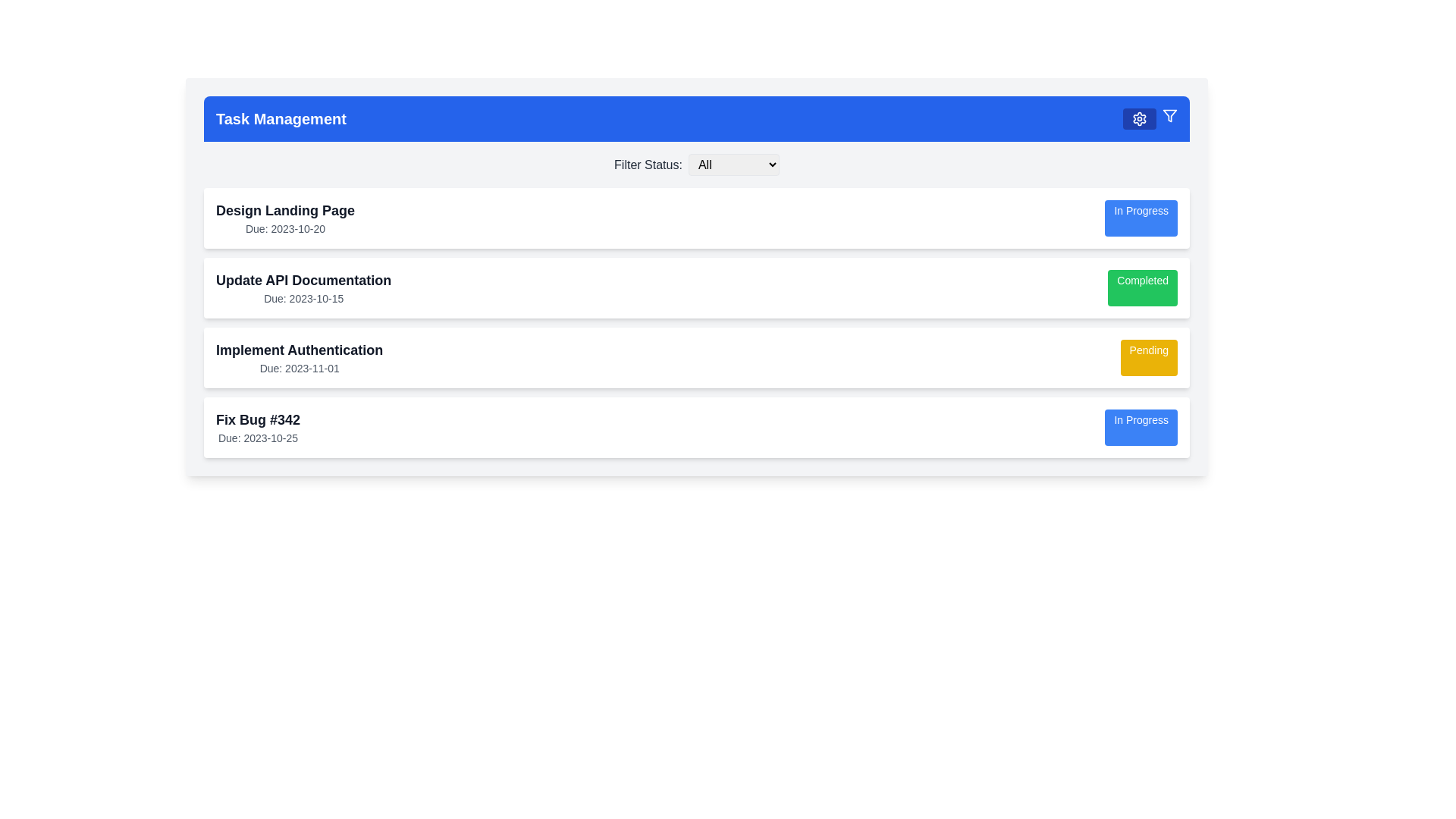 This screenshot has height=819, width=1456. What do you see at coordinates (733, 165) in the screenshot?
I see `an option from the dropdown menu labeled 'All' which has a light gray background and a black border, located below the blue header section of the interface` at bounding box center [733, 165].